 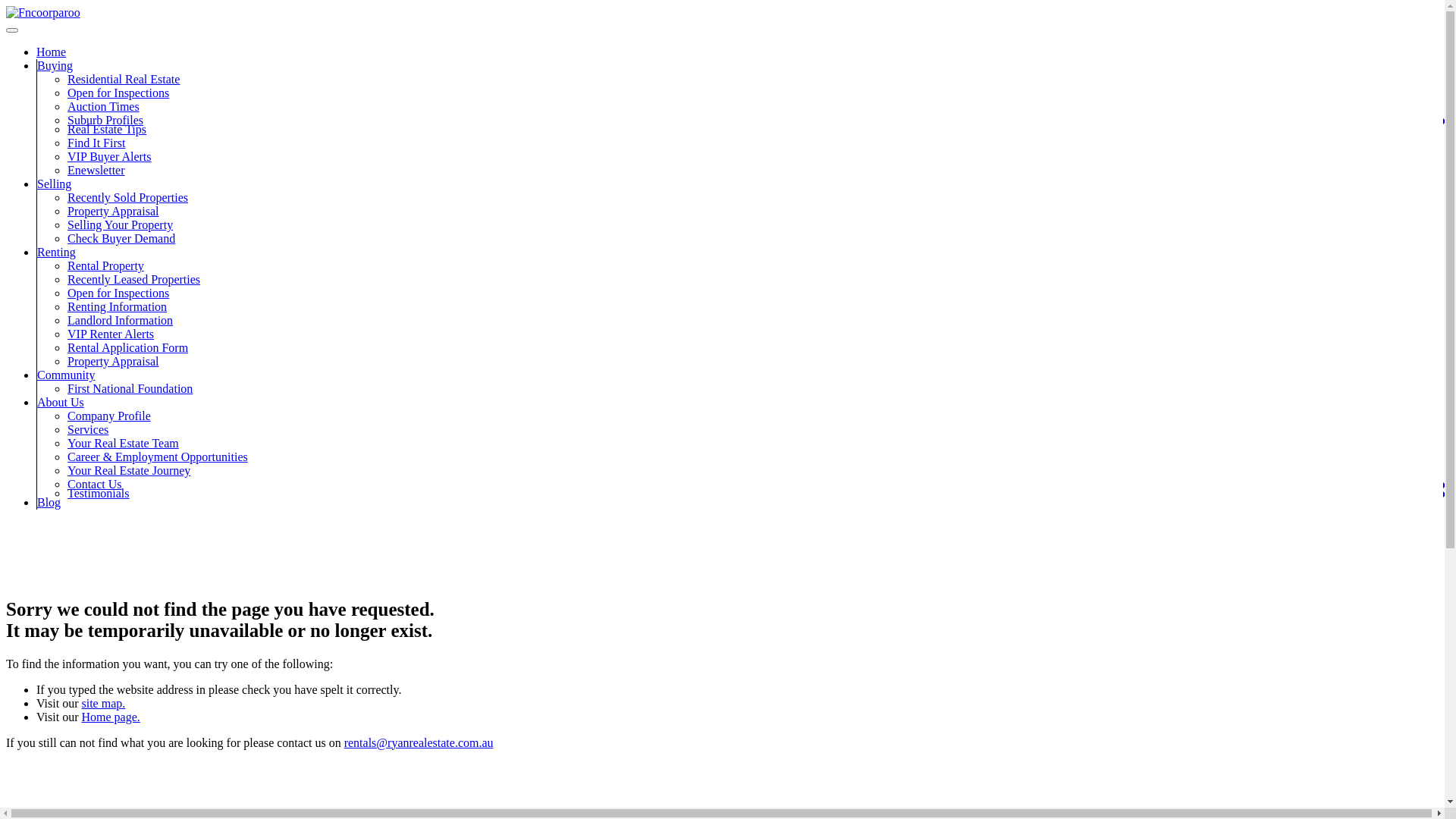 I want to click on 'Recently Sold Properties', so click(x=67, y=196).